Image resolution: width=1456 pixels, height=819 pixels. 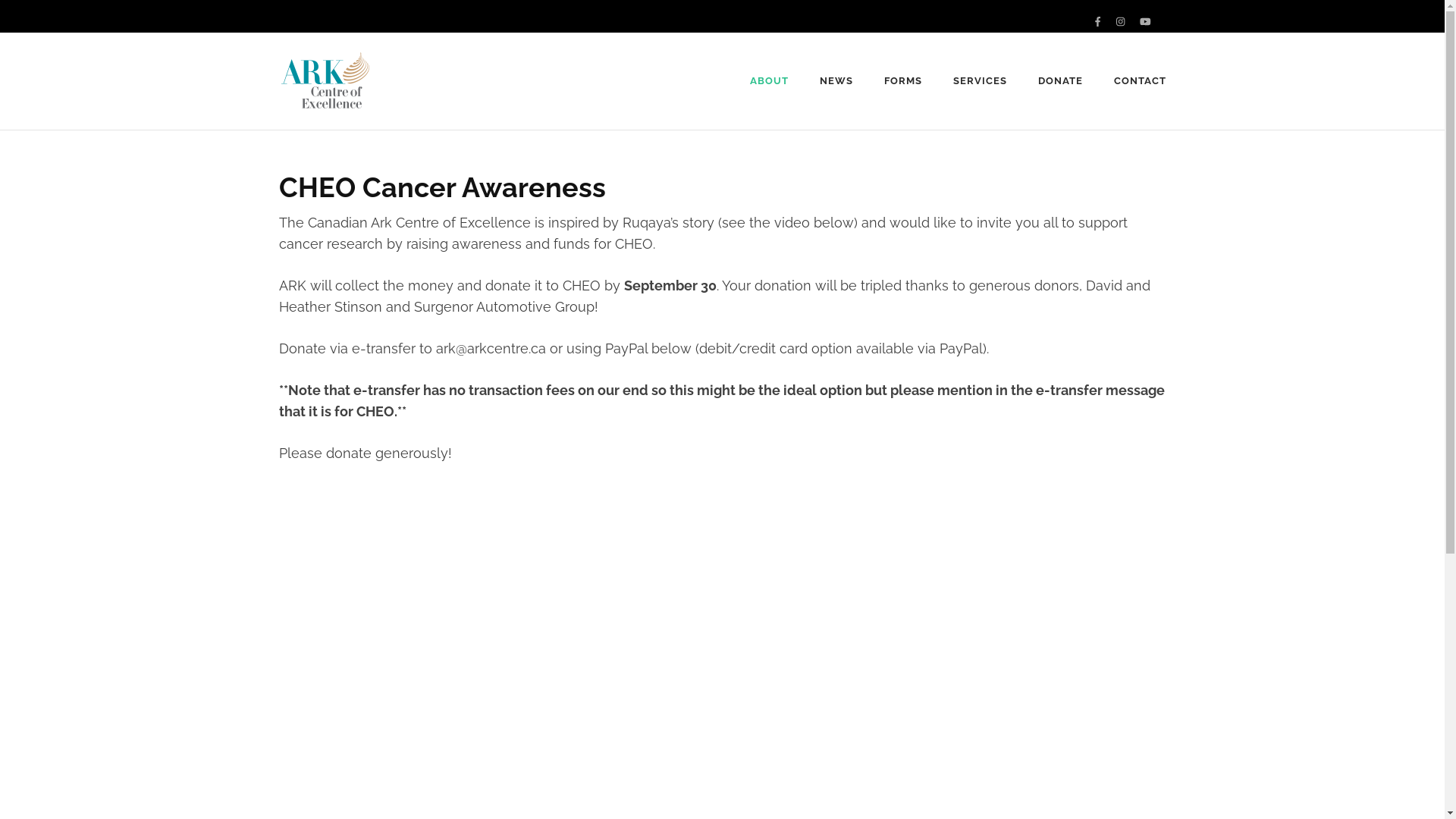 I want to click on 'DONATE', so click(x=1037, y=81).